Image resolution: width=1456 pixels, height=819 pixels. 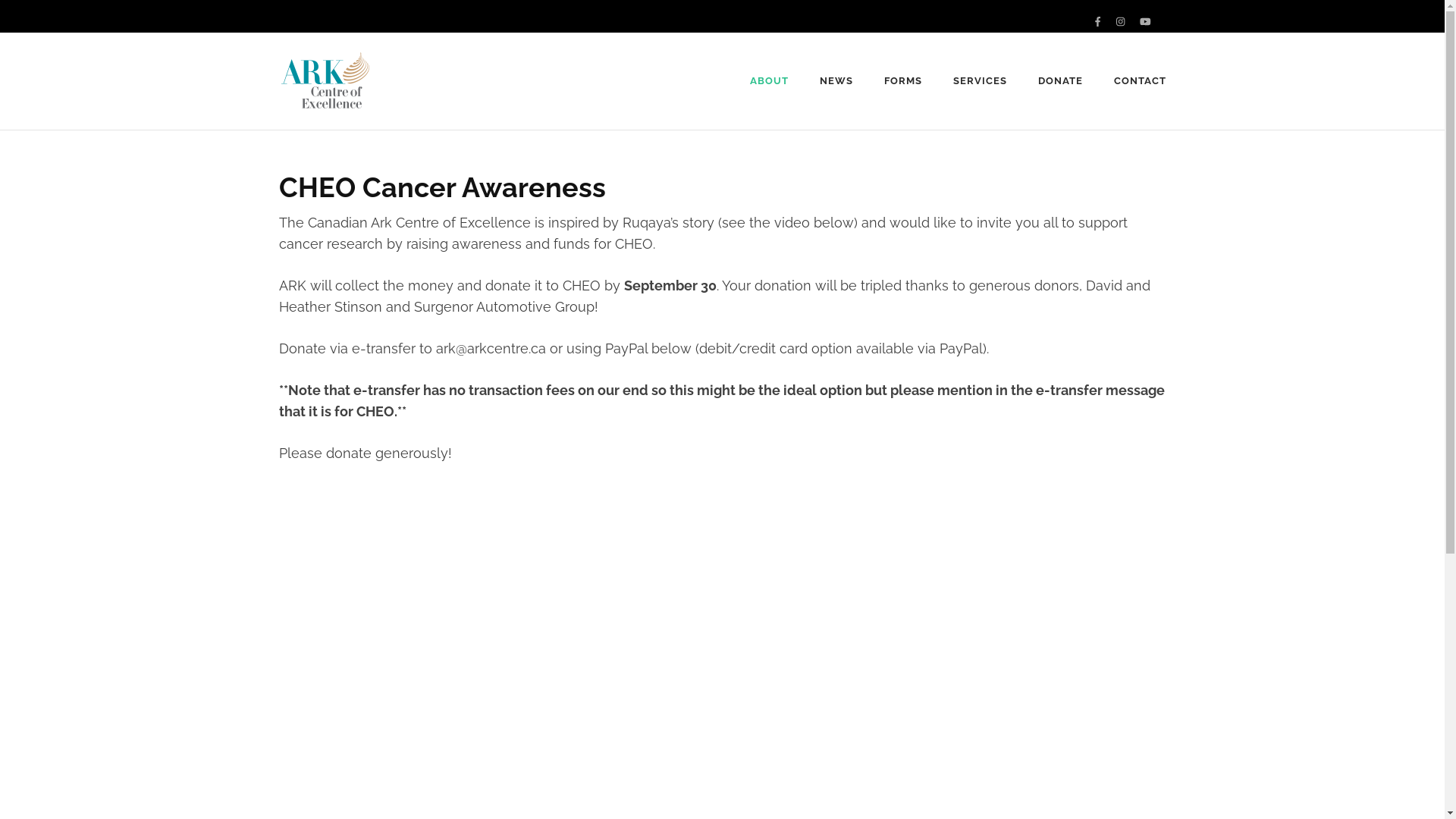 I want to click on 'DONATE', so click(x=1037, y=81).